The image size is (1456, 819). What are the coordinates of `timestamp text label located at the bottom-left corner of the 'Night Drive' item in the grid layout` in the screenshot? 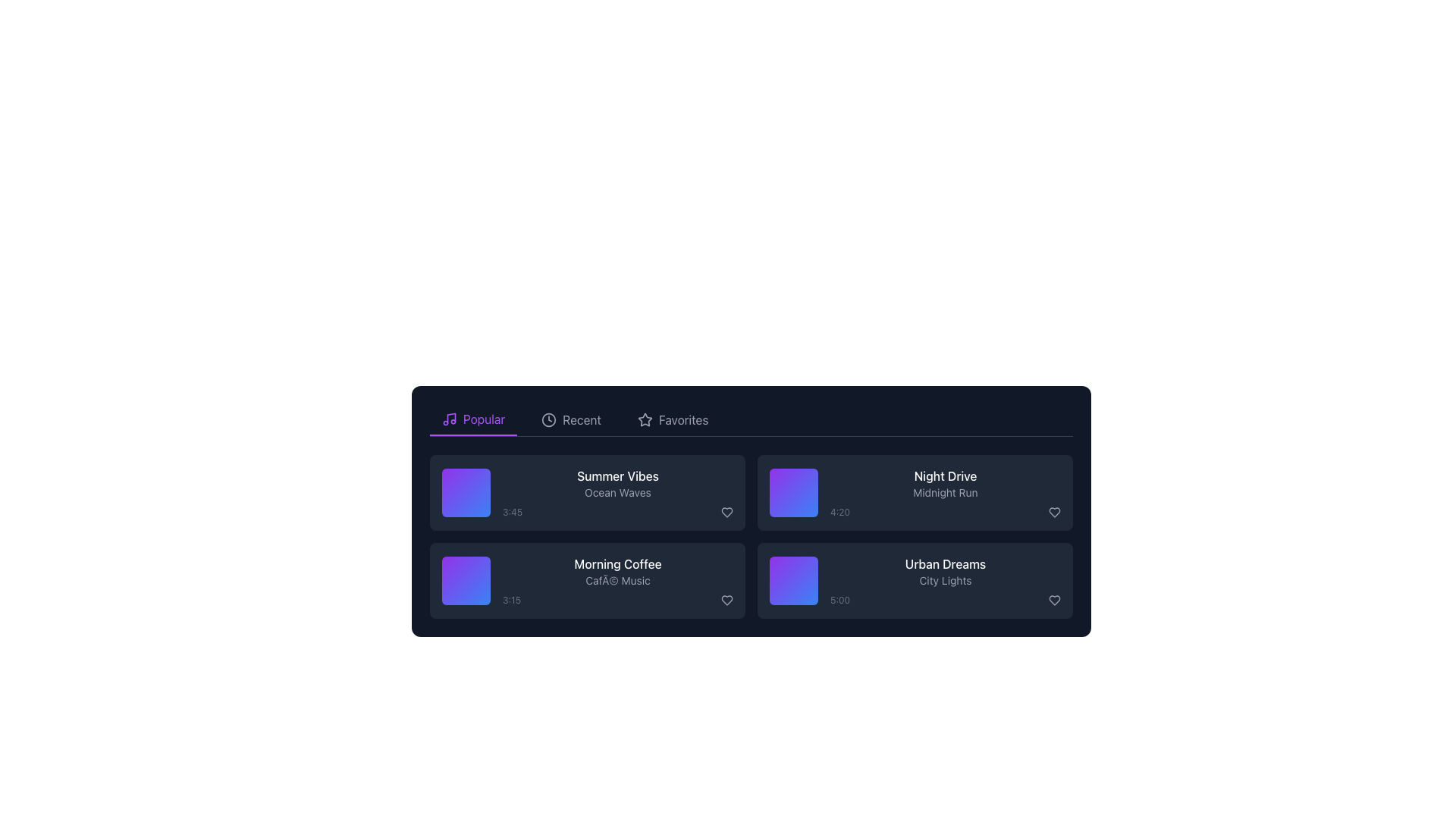 It's located at (839, 512).